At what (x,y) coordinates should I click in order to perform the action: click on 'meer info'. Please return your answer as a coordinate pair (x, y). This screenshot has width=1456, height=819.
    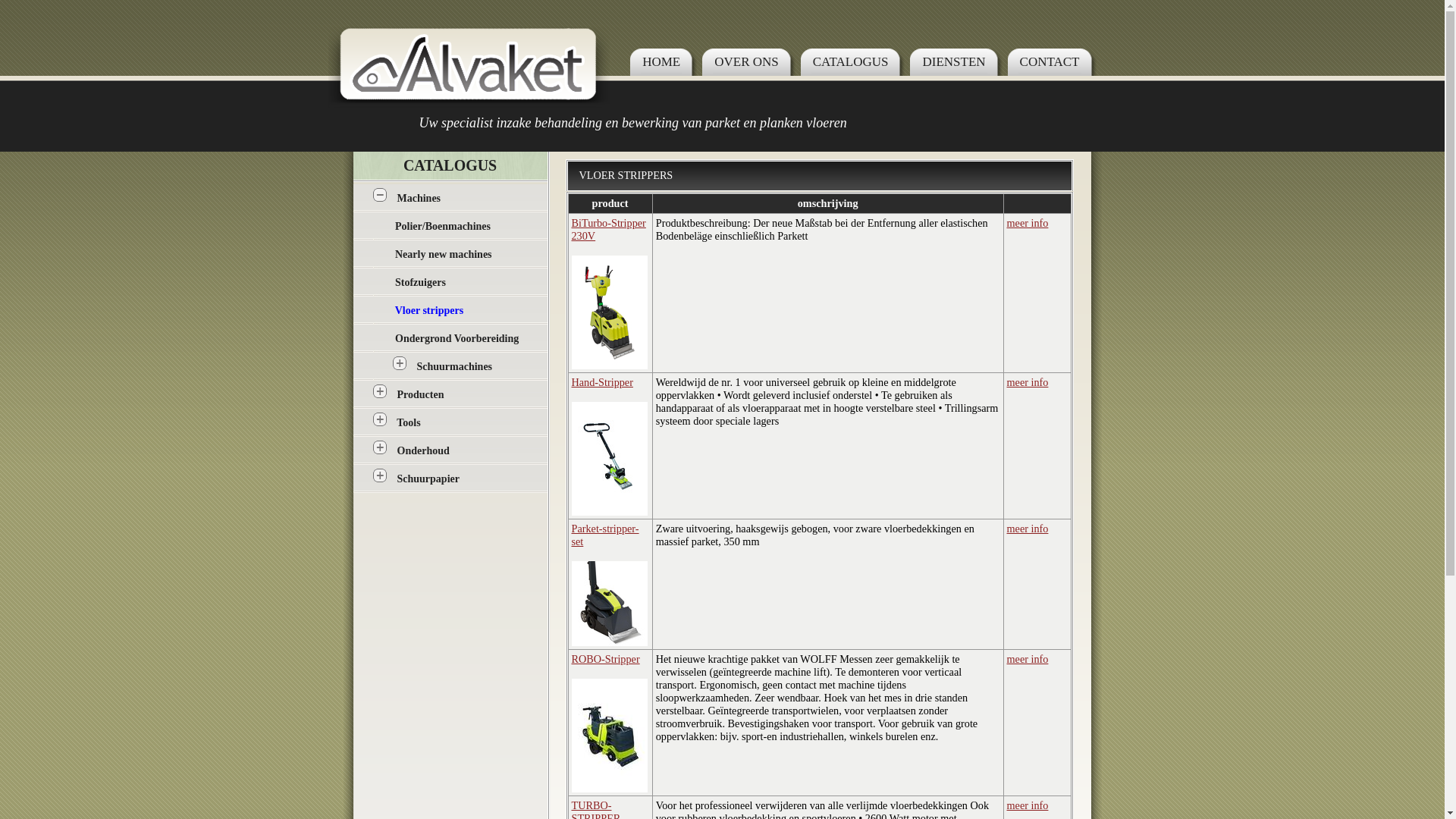
    Looking at the image, I should click on (1028, 222).